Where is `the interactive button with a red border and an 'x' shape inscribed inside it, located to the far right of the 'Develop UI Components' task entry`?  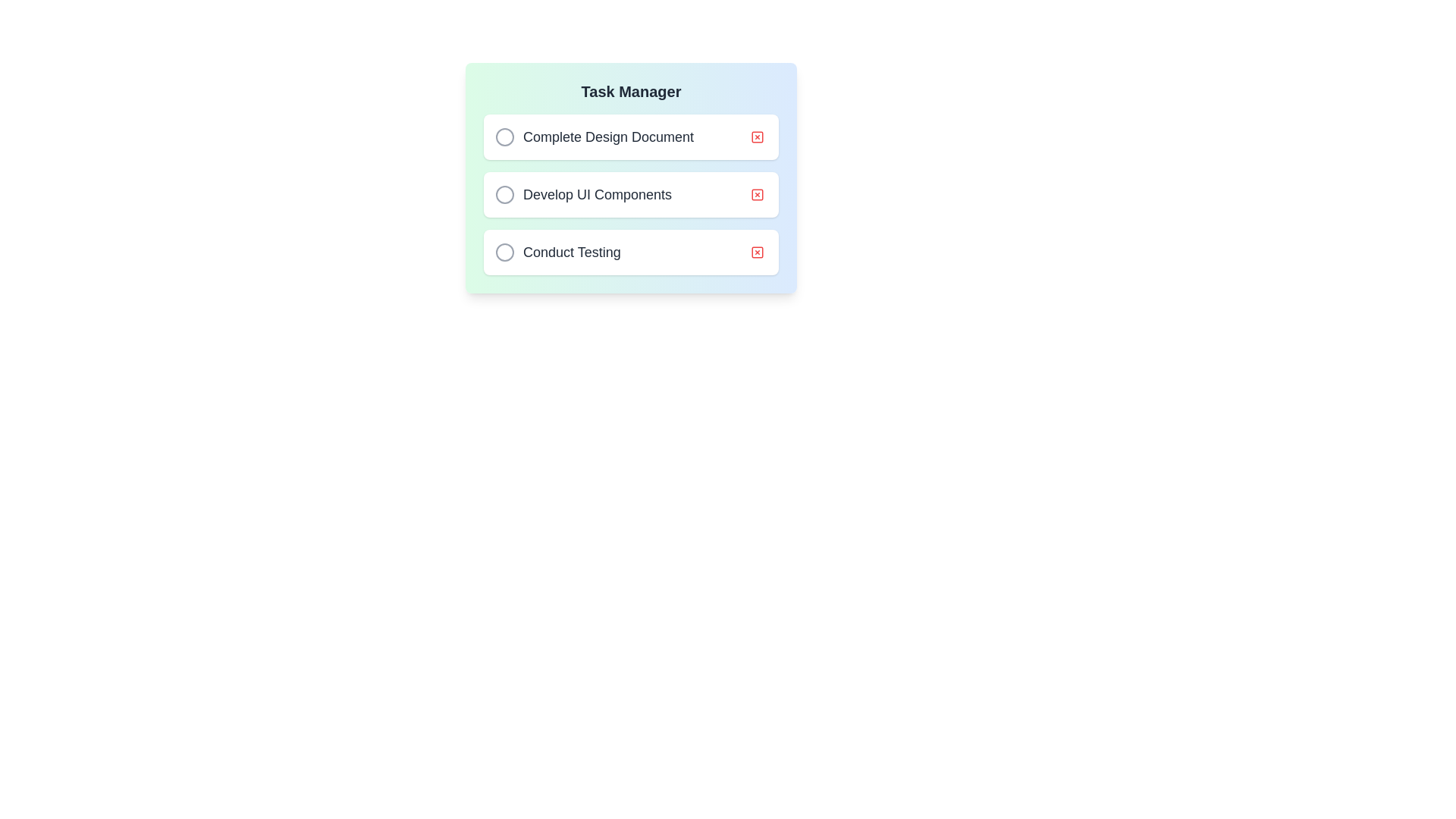
the interactive button with a red border and an 'x' shape inscribed inside it, located to the far right of the 'Develop UI Components' task entry is located at coordinates (757, 194).